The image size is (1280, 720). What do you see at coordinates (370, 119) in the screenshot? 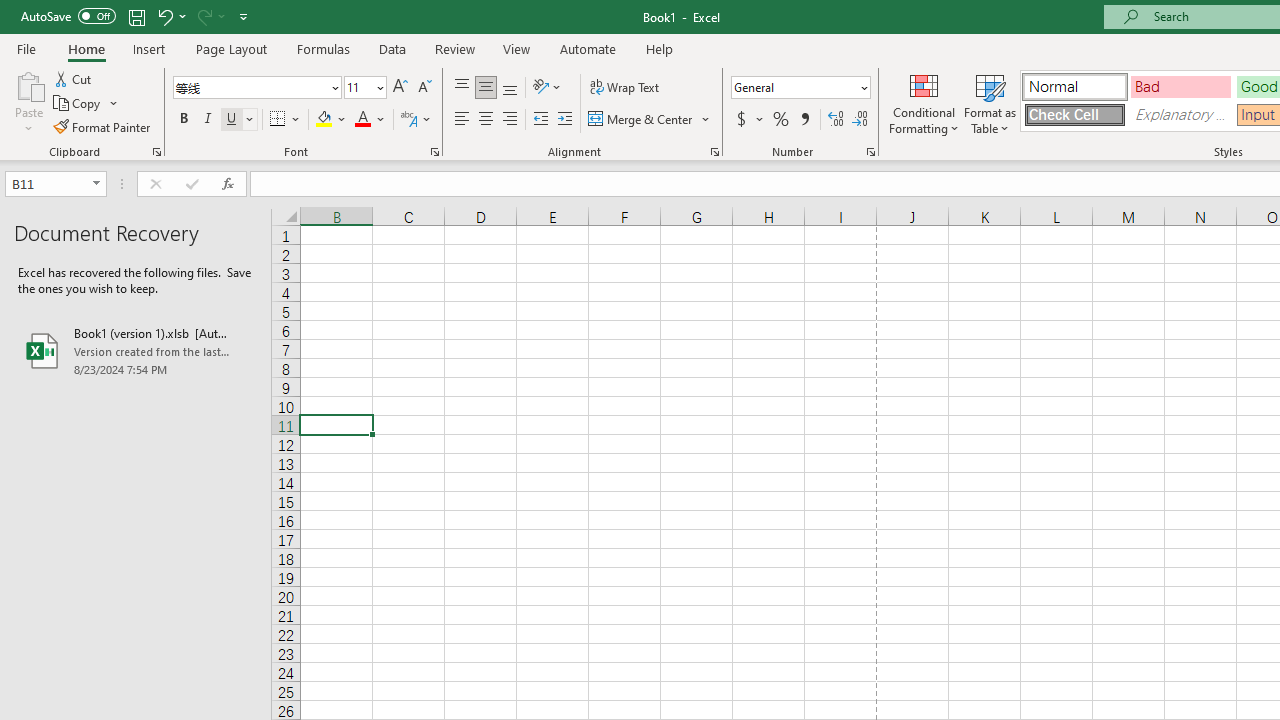
I see `'Font Color'` at bounding box center [370, 119].